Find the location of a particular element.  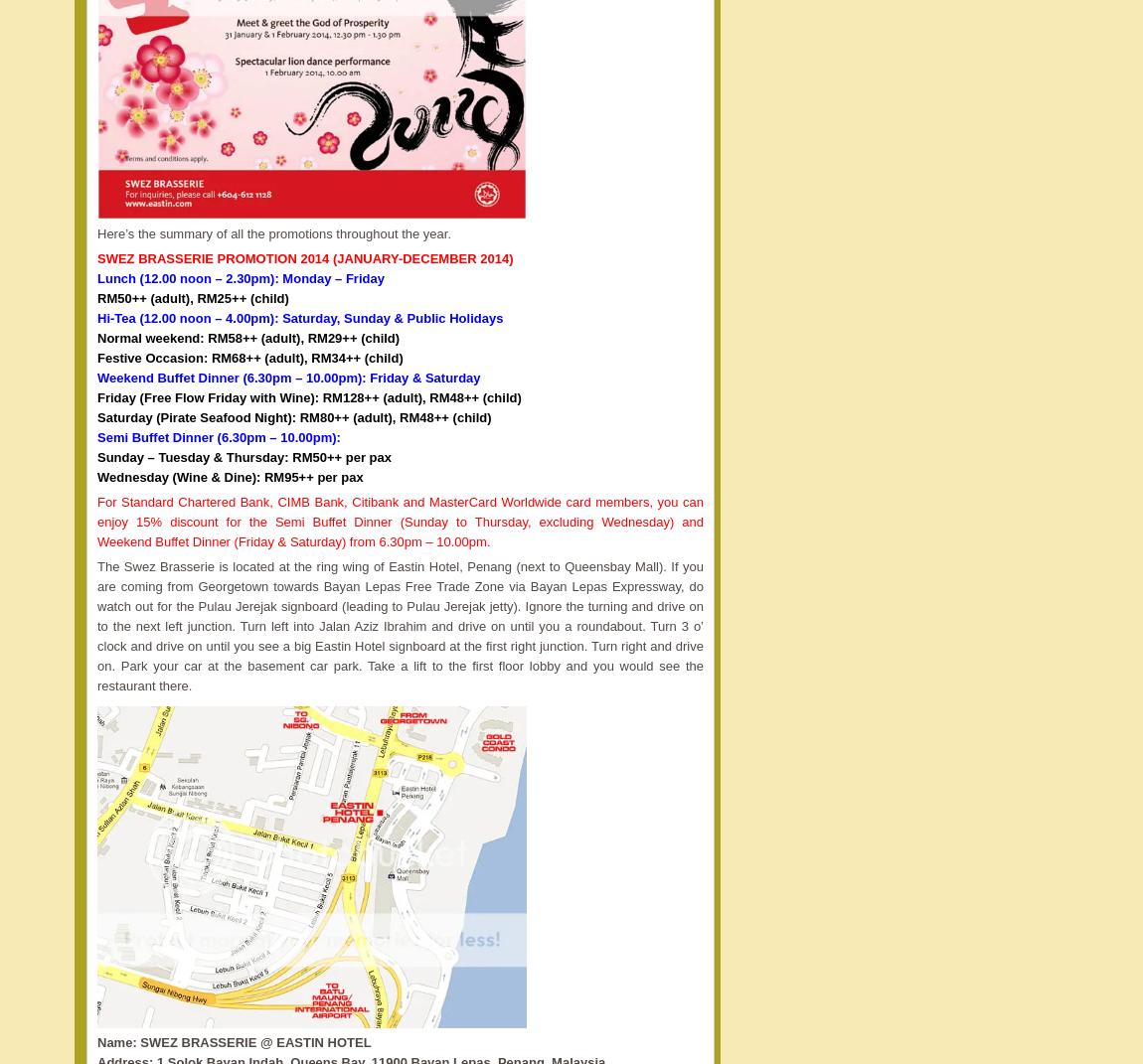

'Name: SWEZ BRASSERIE @ EASTIN HOTEL' is located at coordinates (233, 1041).